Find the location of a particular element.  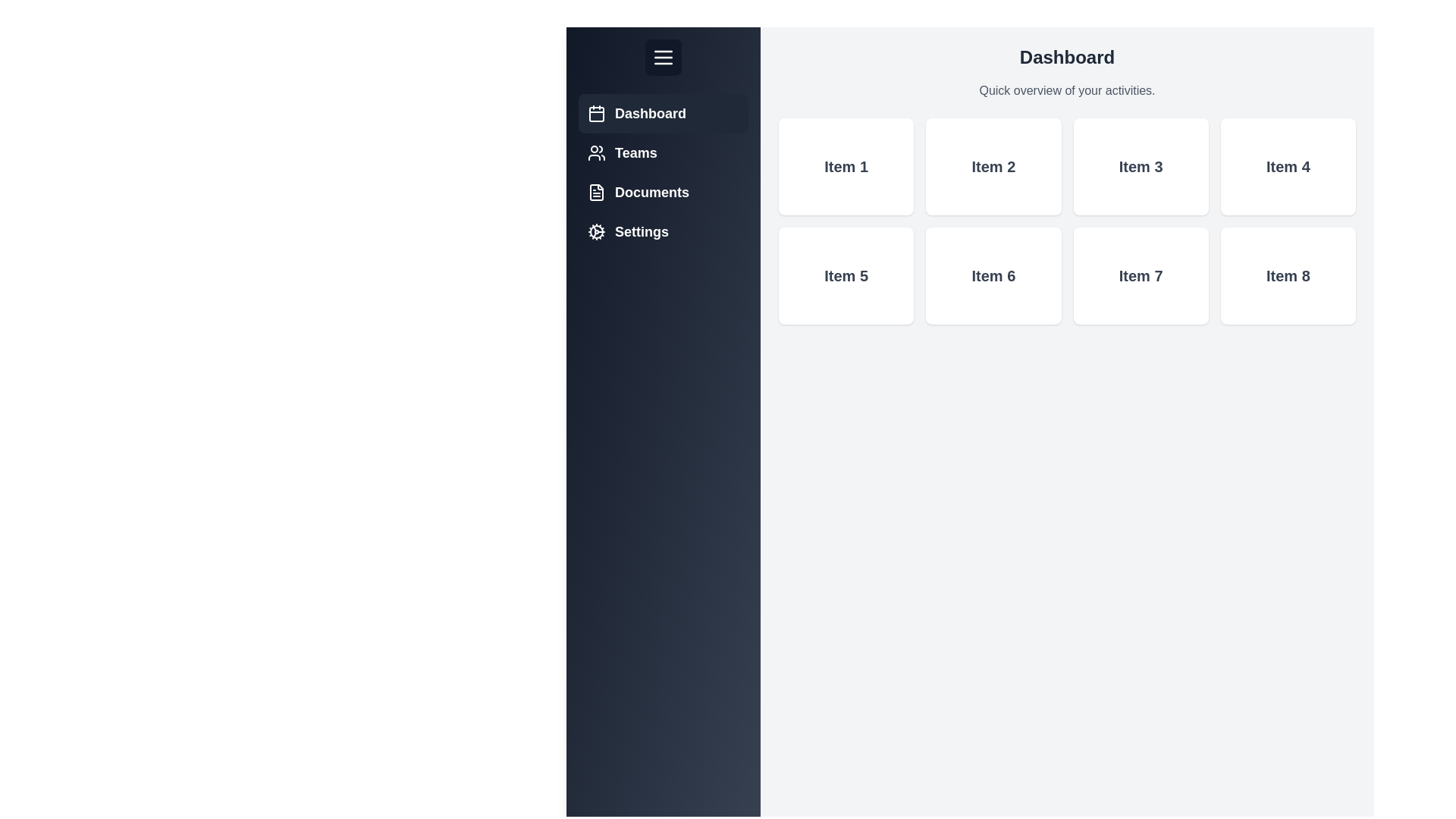

the menu item Dashboard to reveal its additional information or effects is located at coordinates (663, 113).